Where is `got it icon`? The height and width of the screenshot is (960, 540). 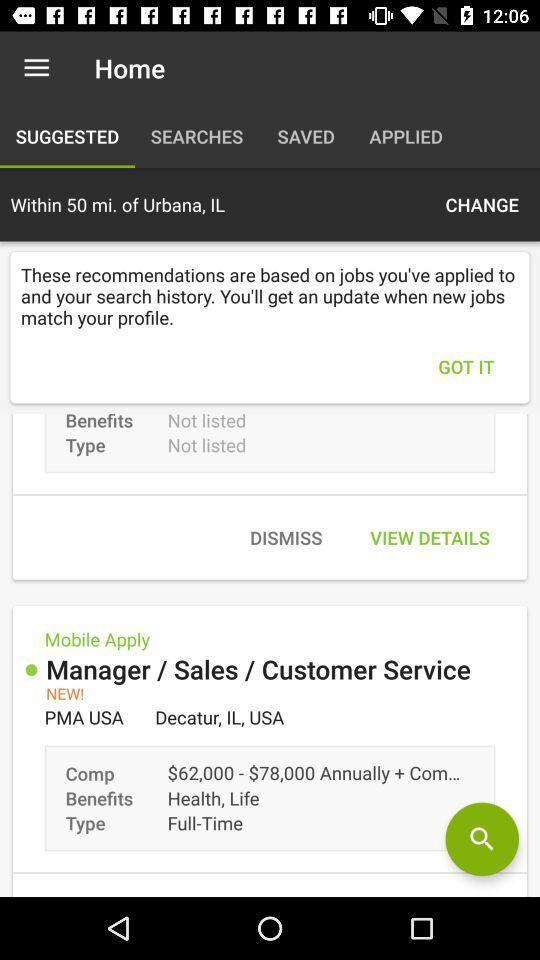 got it icon is located at coordinates (466, 365).